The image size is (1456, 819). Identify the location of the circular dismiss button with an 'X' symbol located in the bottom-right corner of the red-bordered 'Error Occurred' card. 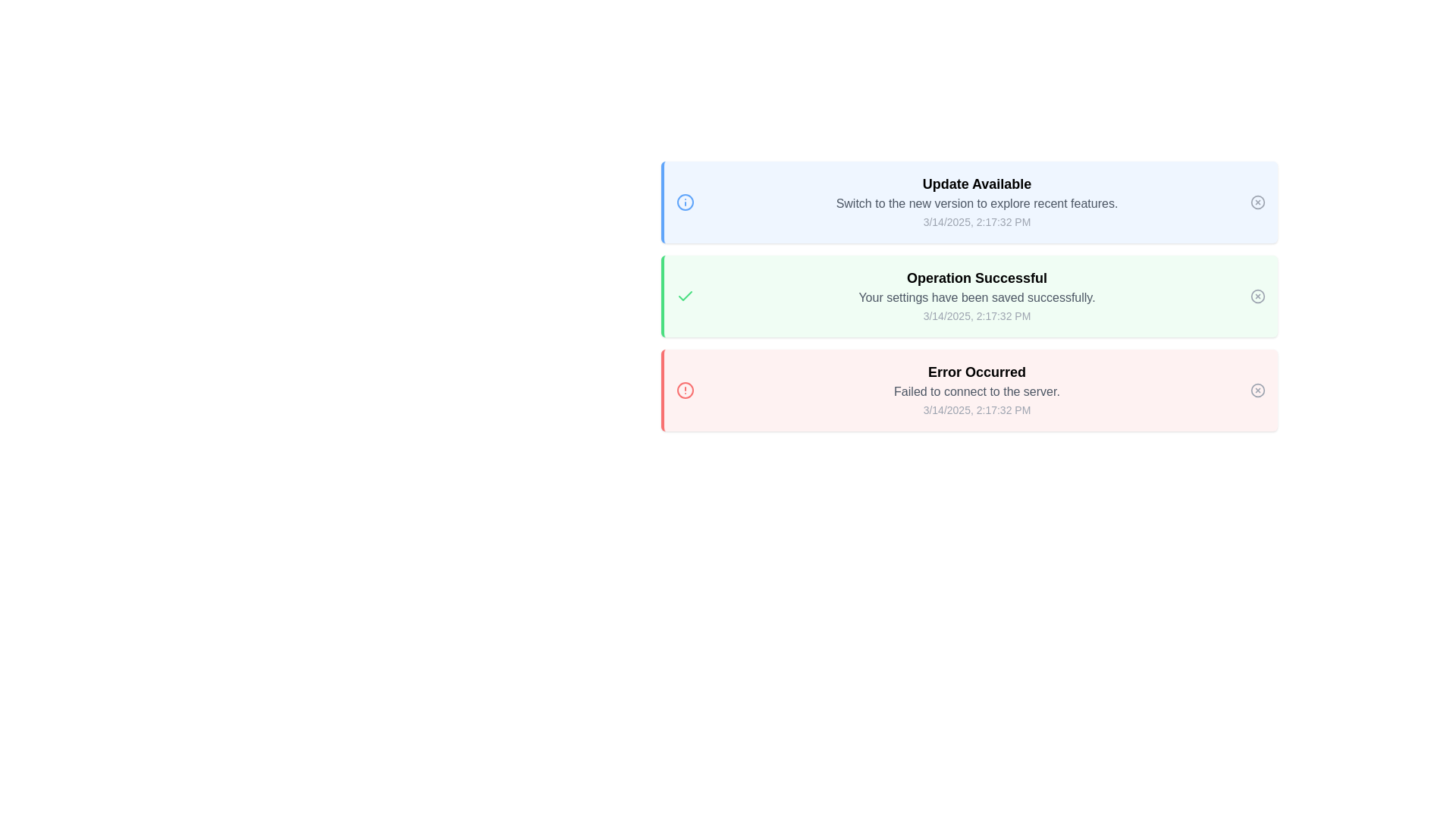
(1258, 390).